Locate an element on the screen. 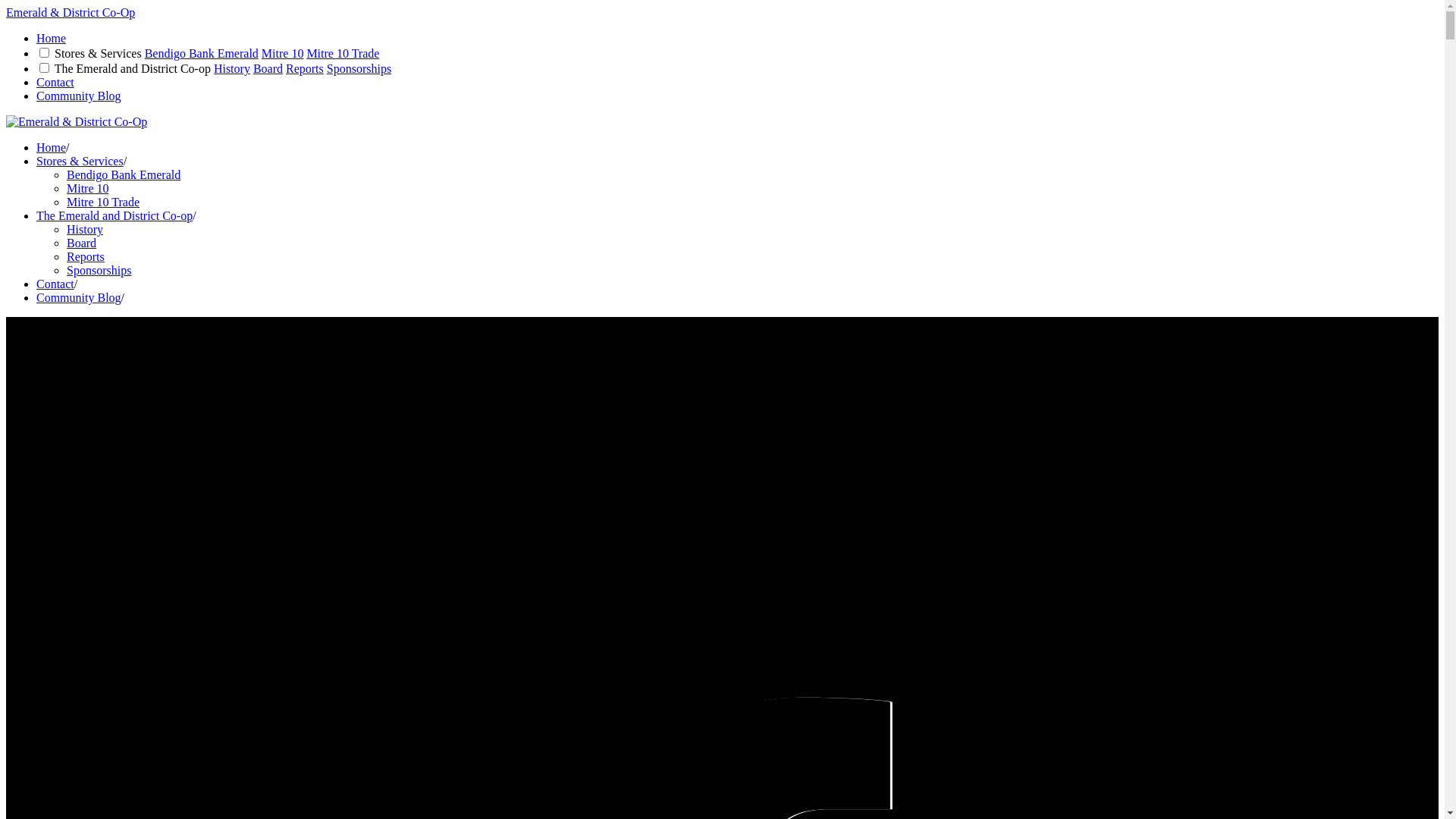 The image size is (1456, 819). 'Contact' is located at coordinates (55, 284).